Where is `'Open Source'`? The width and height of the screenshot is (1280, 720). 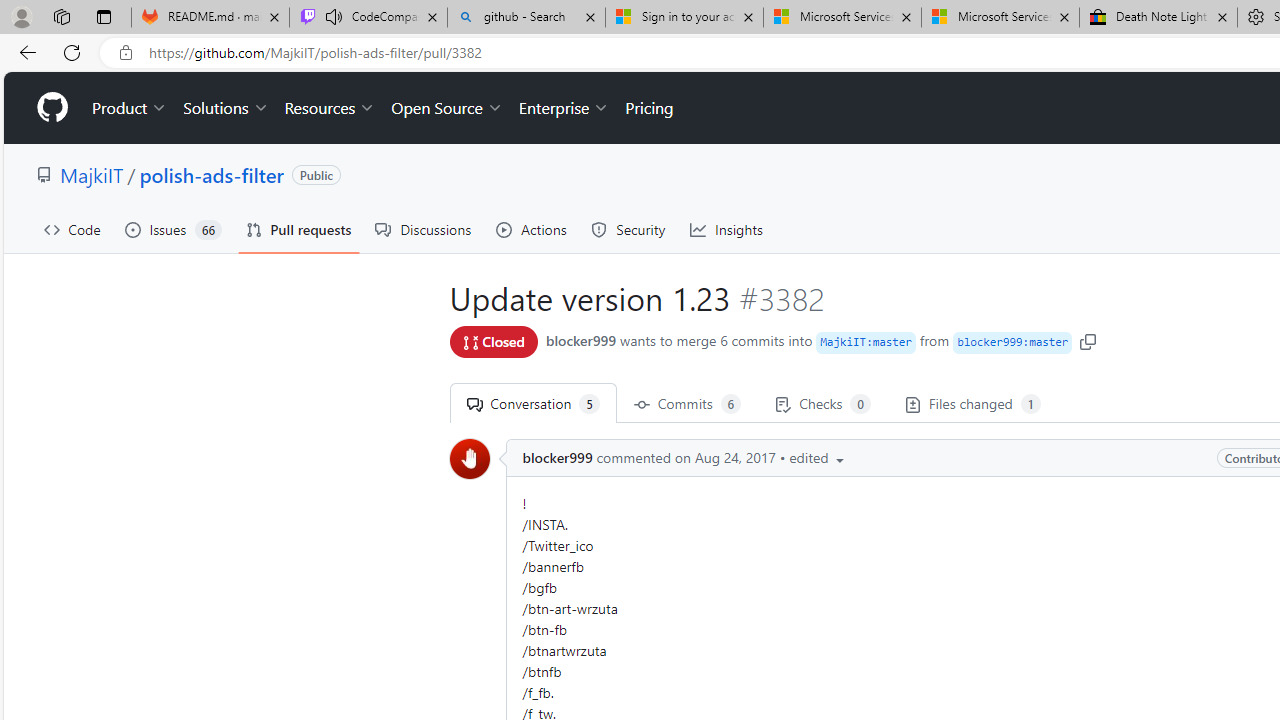 'Open Source' is located at coordinates (445, 108).